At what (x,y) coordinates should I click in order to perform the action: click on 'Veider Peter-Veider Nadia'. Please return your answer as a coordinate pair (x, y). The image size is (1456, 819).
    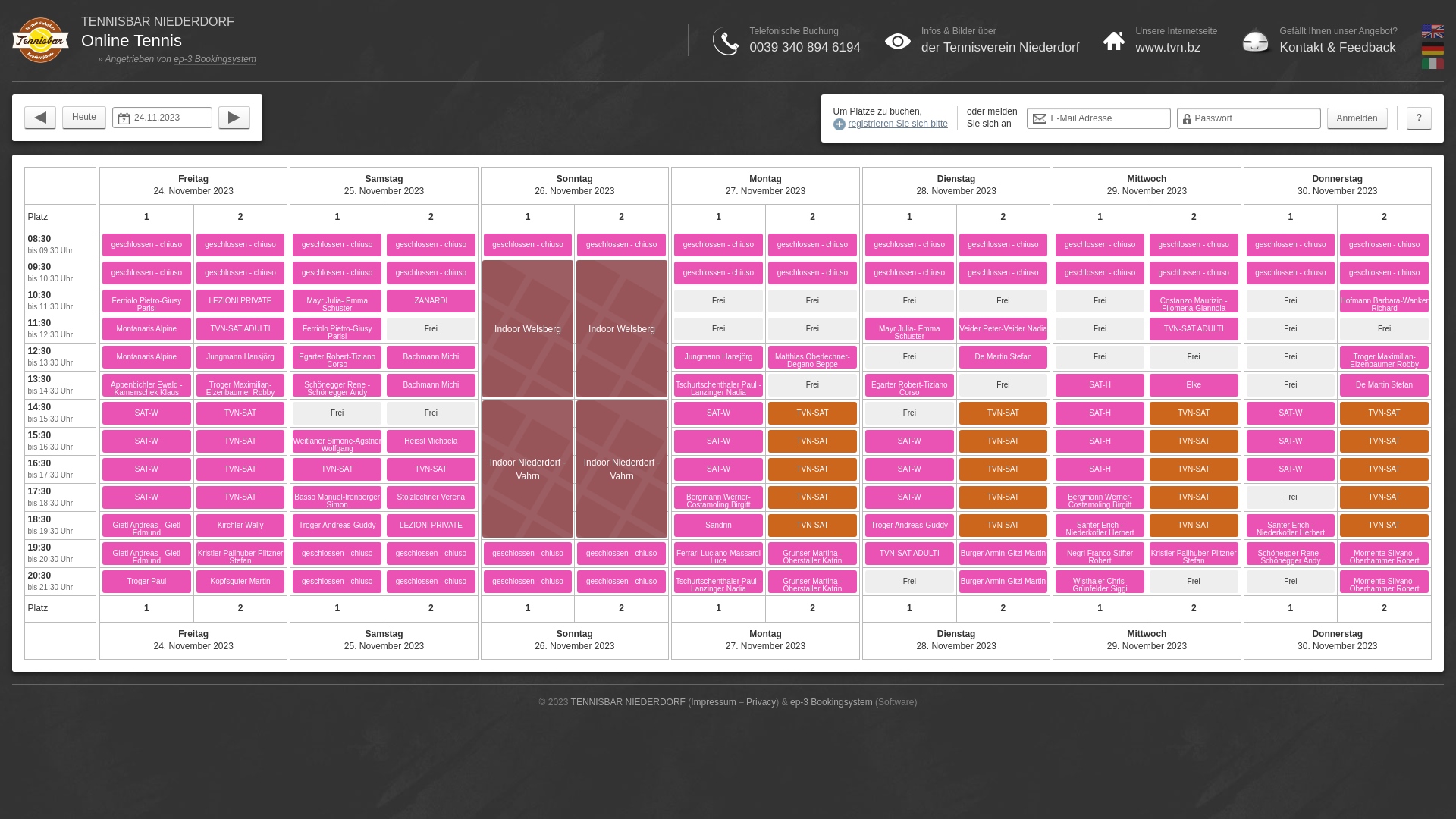
    Looking at the image, I should click on (1003, 328).